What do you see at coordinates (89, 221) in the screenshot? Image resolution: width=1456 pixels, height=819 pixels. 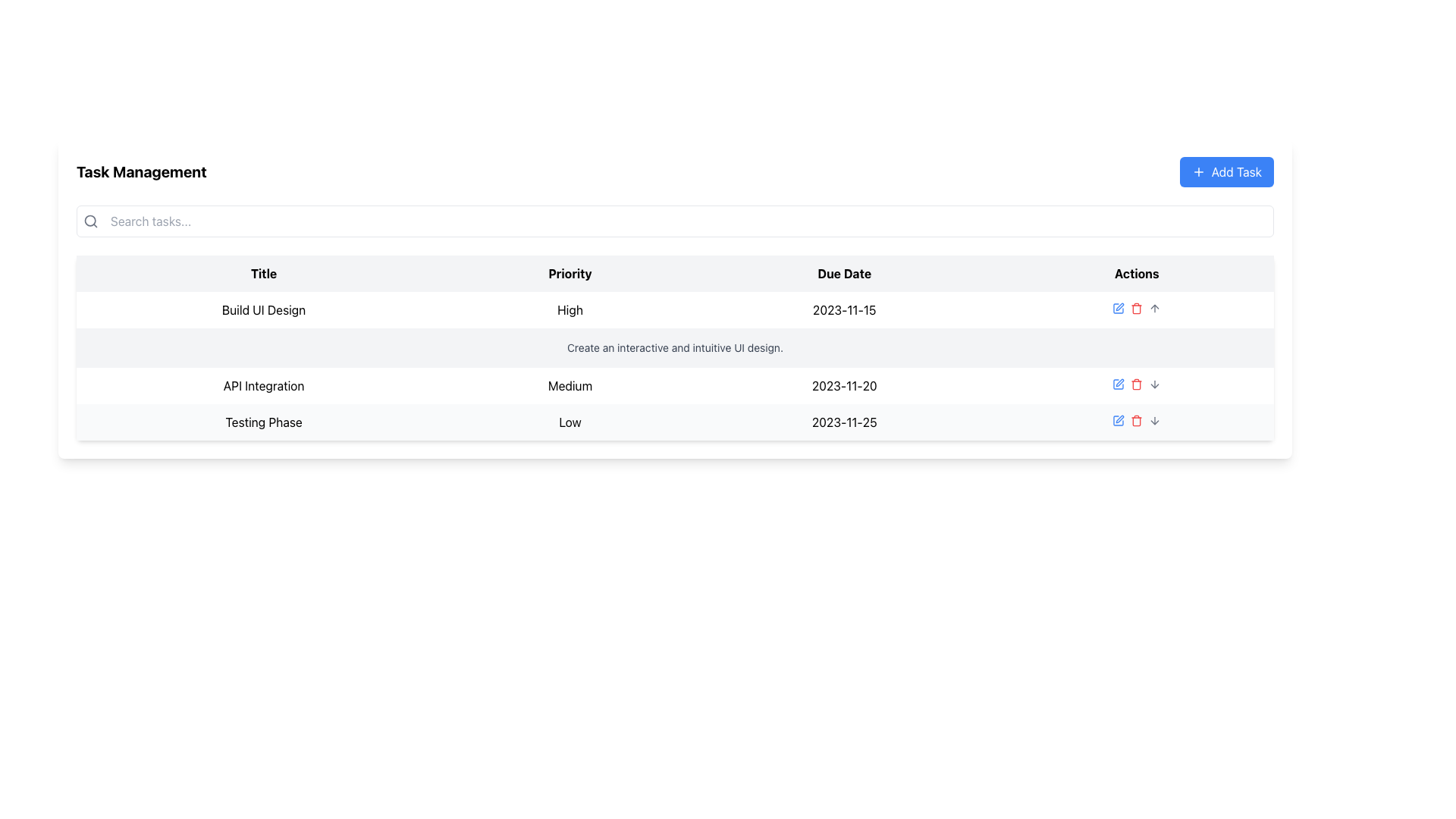 I see `the decorative circular graphic icon part of the search functionality, which visually represents the lens of the magnifying glass icon located to the left of the input field` at bounding box center [89, 221].